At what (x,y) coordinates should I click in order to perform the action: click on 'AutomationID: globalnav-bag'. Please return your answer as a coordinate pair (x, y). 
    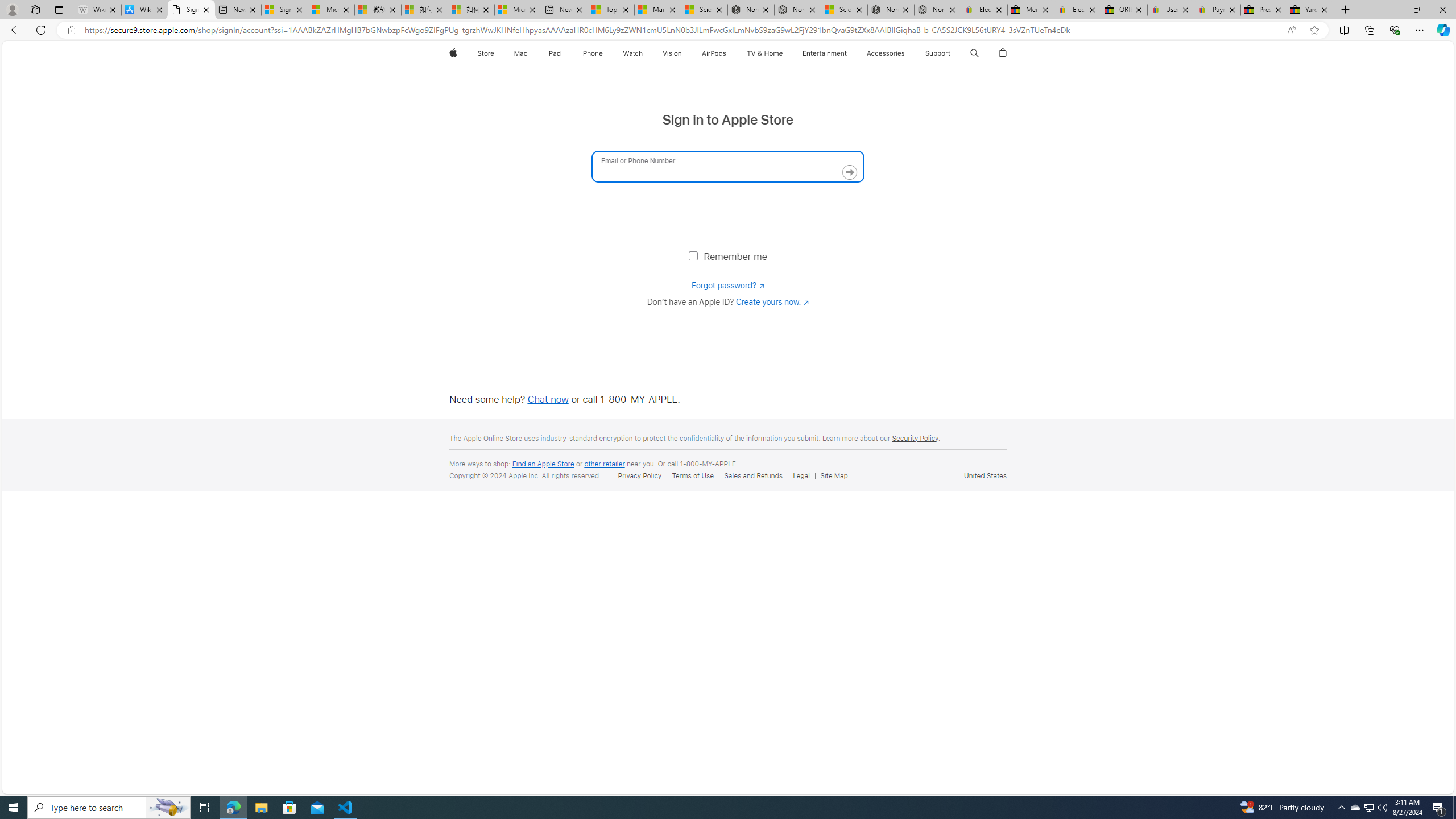
    Looking at the image, I should click on (1002, 53).